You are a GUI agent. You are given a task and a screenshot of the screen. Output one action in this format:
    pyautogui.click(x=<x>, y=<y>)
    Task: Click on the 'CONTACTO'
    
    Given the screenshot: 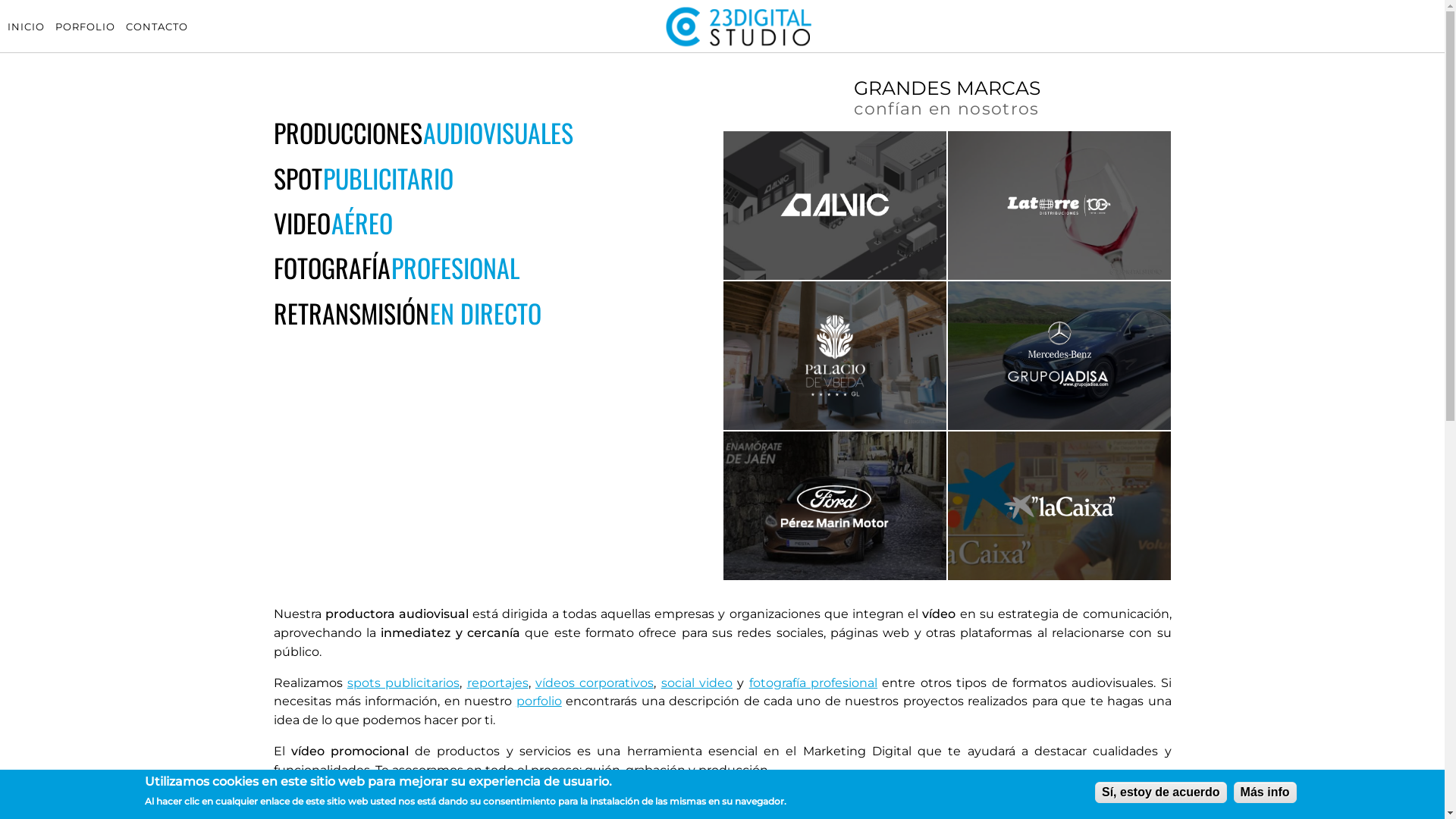 What is the action you would take?
    pyautogui.click(x=156, y=26)
    